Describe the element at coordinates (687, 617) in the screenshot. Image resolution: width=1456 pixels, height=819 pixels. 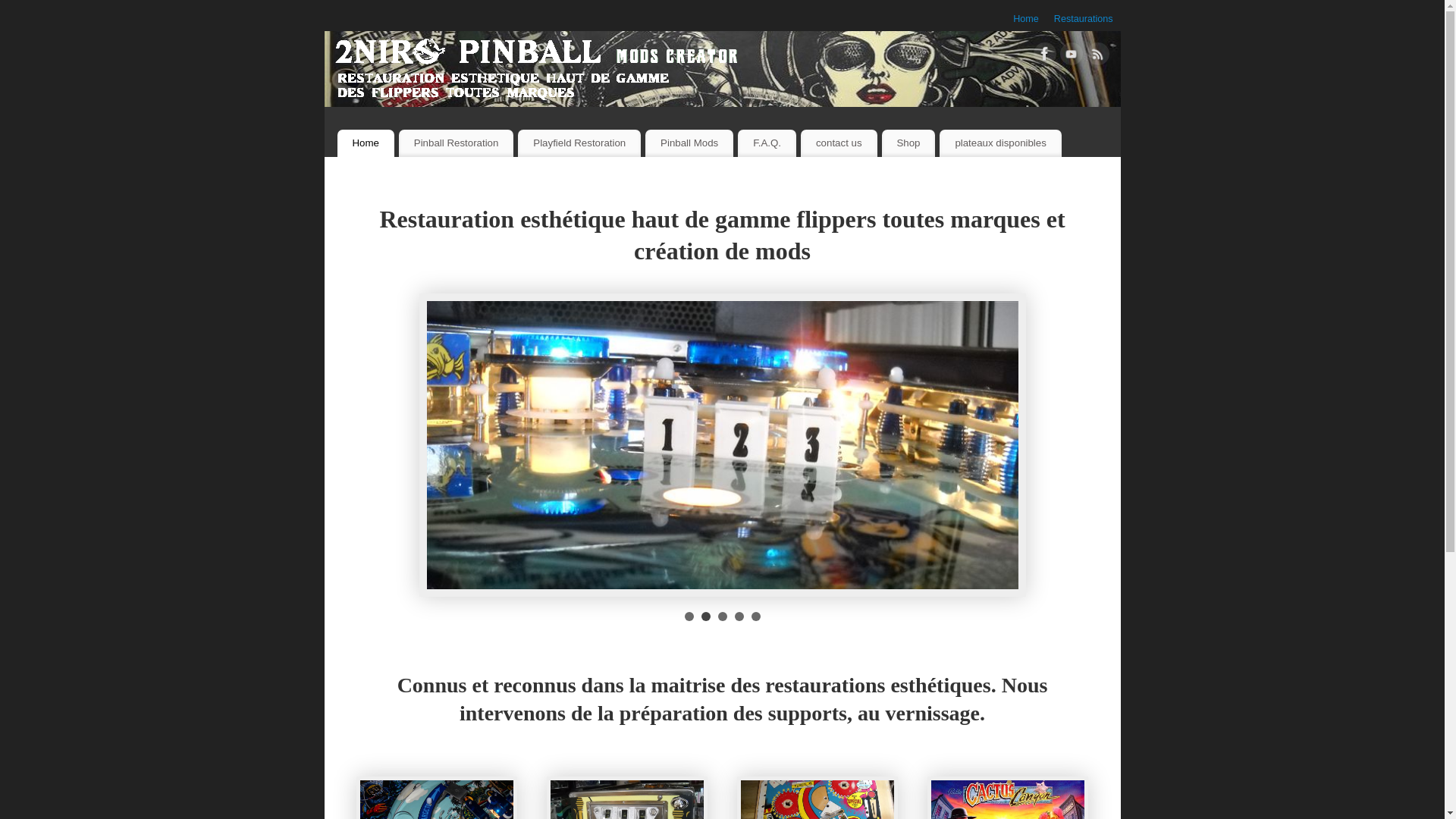
I see `'1'` at that location.